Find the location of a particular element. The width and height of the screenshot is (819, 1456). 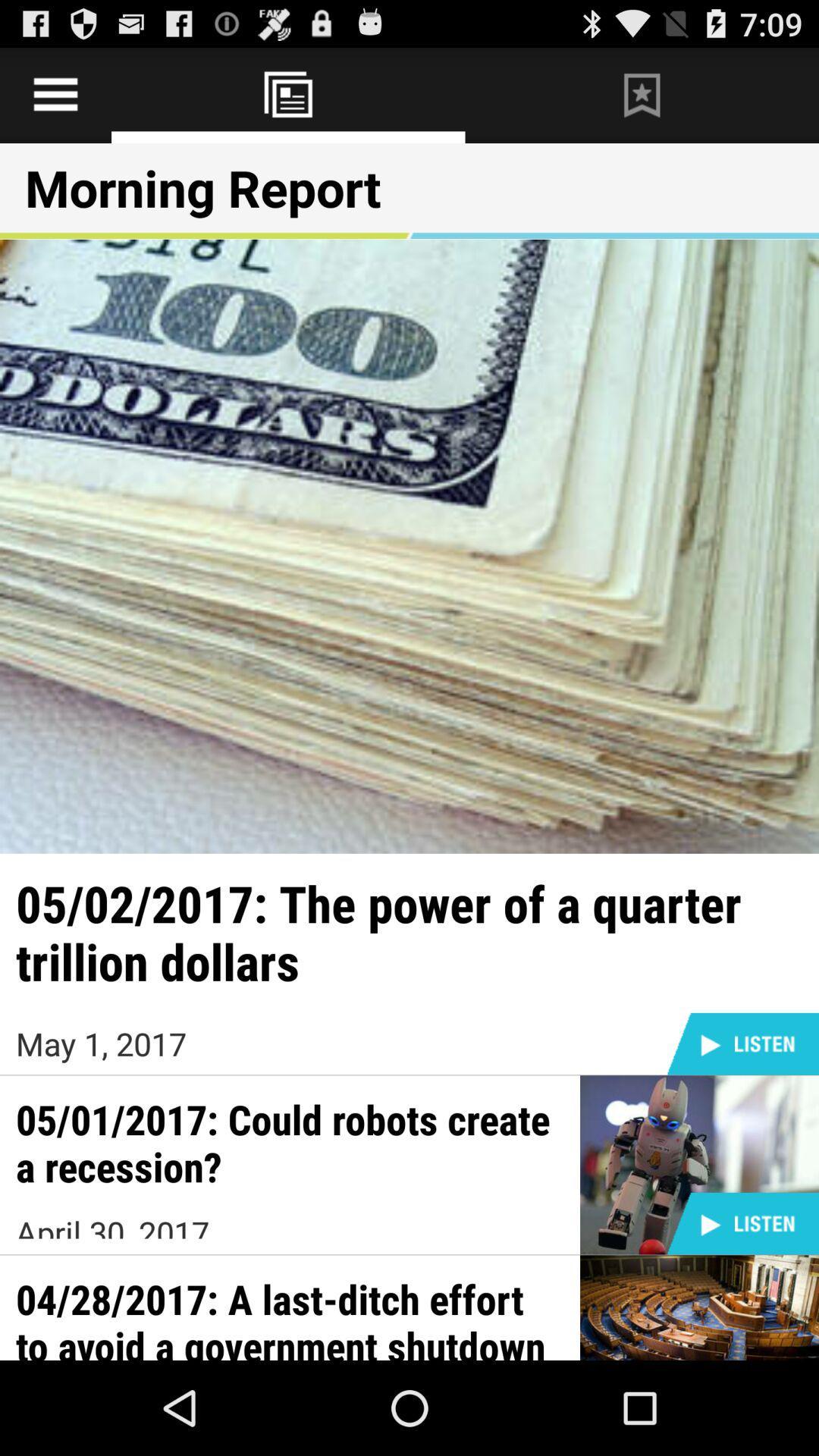

get bookmarks is located at coordinates (642, 94).